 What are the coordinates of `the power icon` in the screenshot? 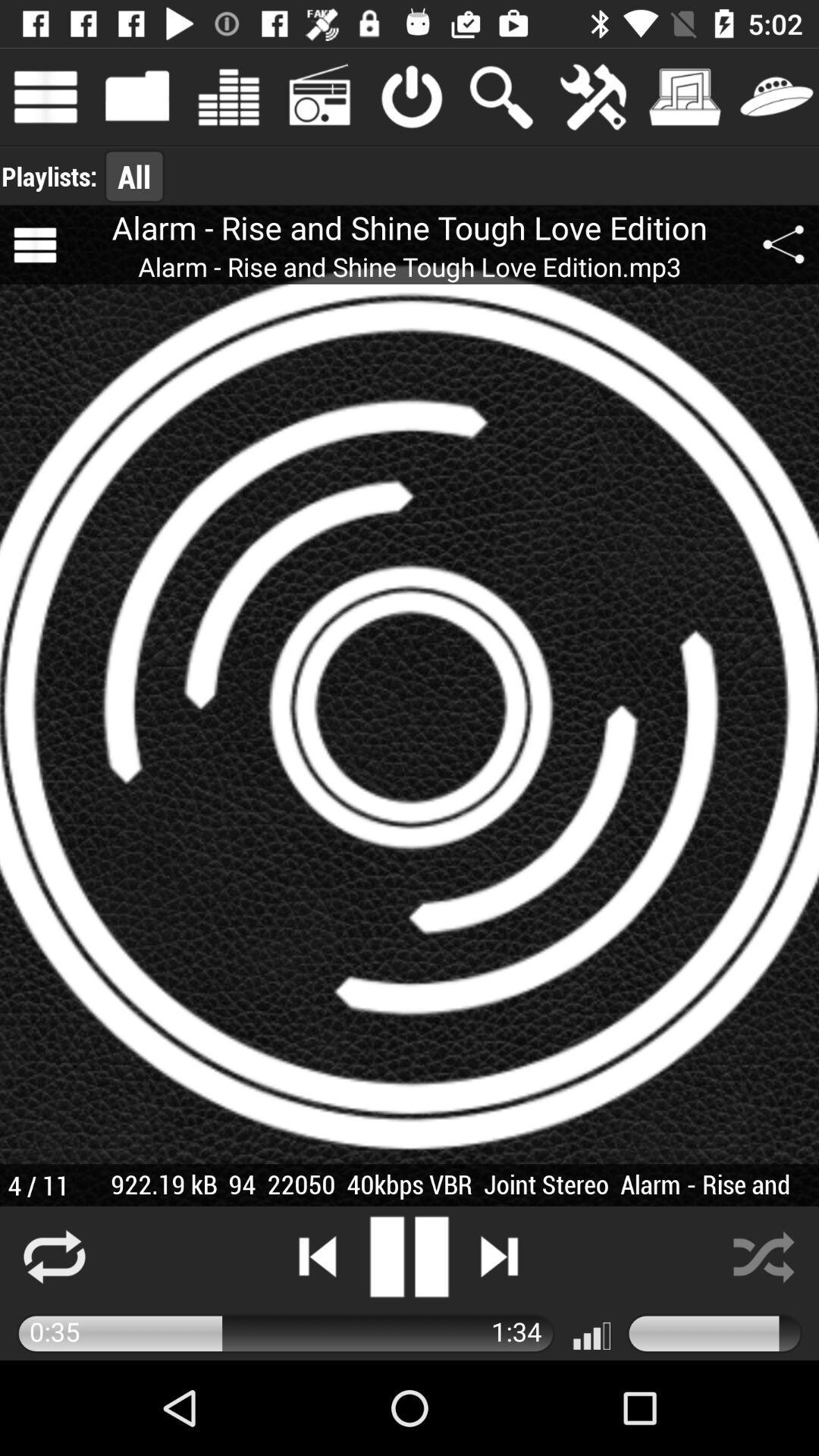 It's located at (412, 96).